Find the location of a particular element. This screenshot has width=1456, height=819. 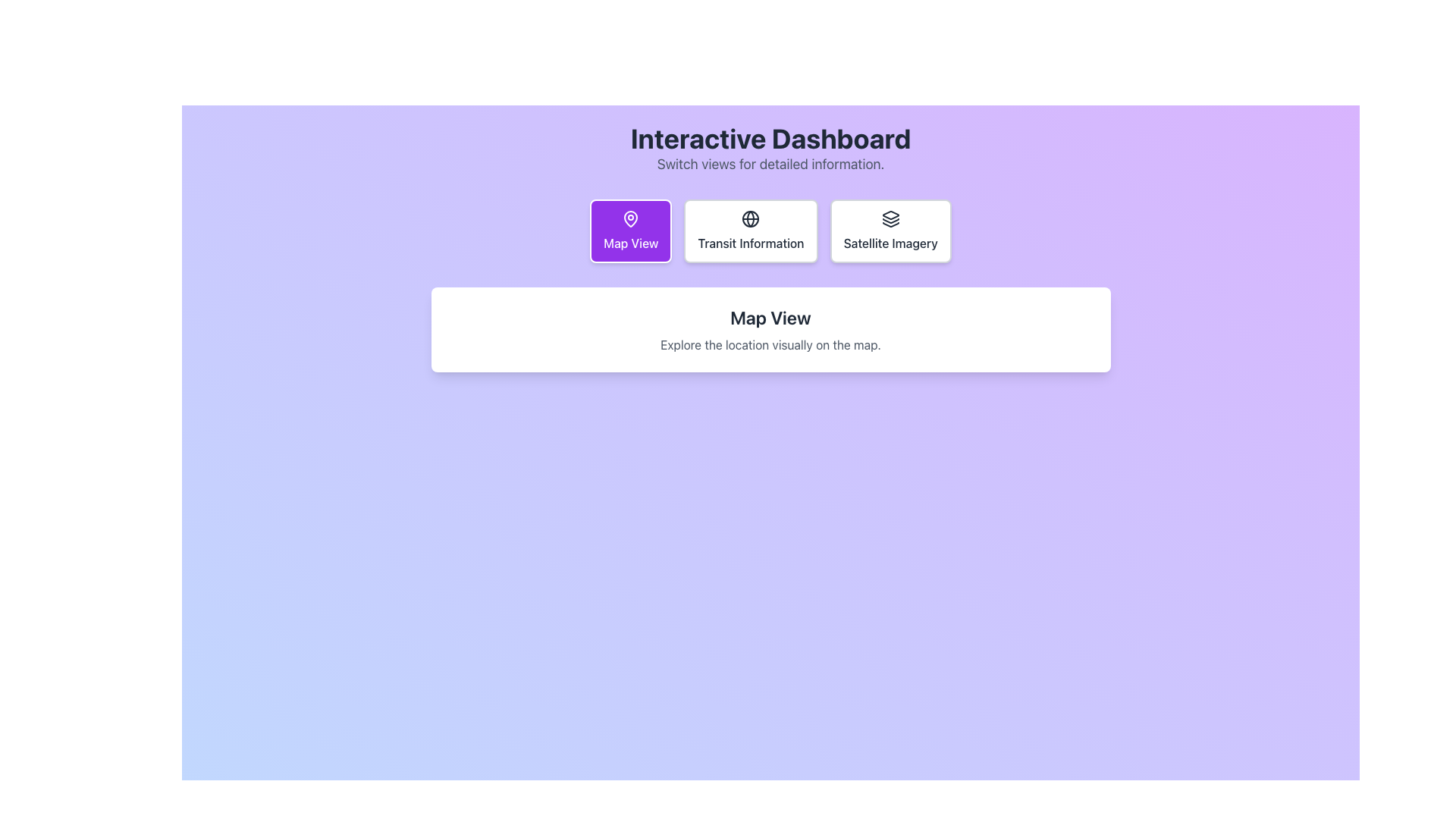

the central button labeled 'Transit Information' with a black globe icon, which is located between the 'Map View' and 'Satellite Imagery' buttons is located at coordinates (751, 231).